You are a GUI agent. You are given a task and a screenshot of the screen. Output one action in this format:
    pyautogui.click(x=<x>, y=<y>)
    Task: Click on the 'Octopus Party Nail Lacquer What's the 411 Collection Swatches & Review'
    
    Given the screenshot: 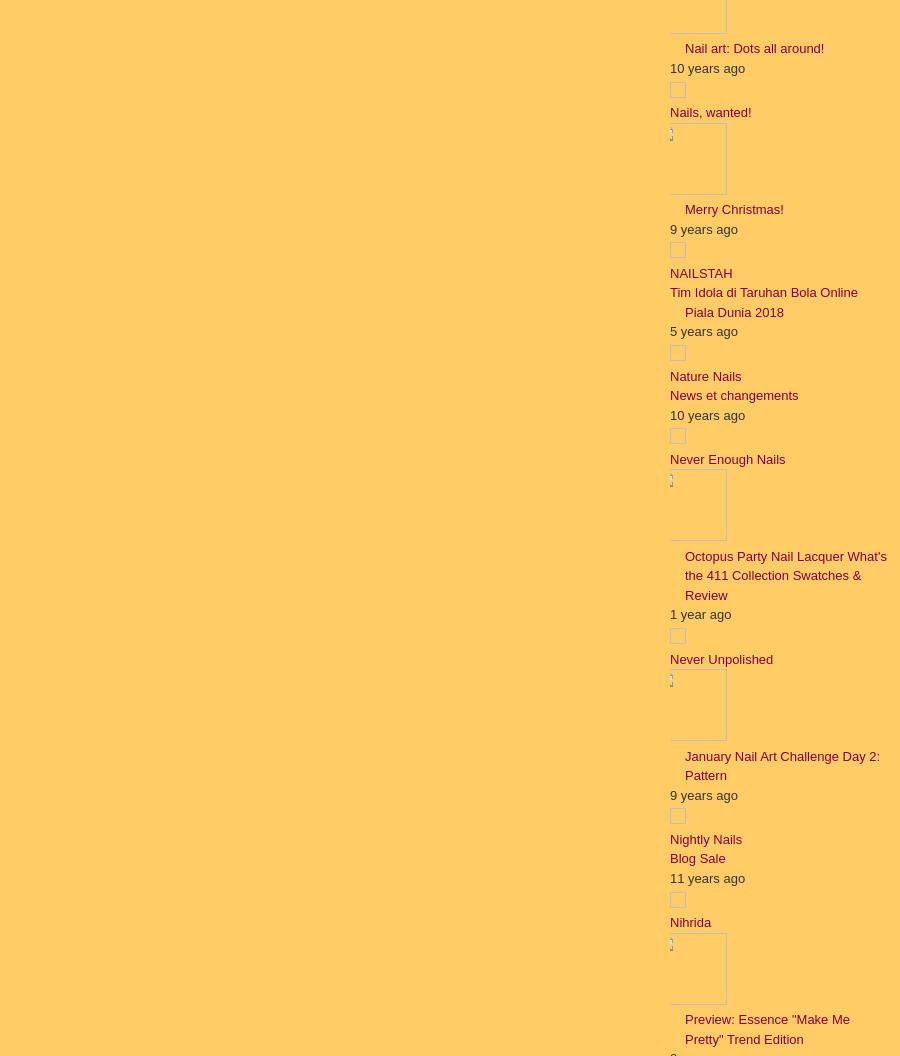 What is the action you would take?
    pyautogui.click(x=784, y=574)
    